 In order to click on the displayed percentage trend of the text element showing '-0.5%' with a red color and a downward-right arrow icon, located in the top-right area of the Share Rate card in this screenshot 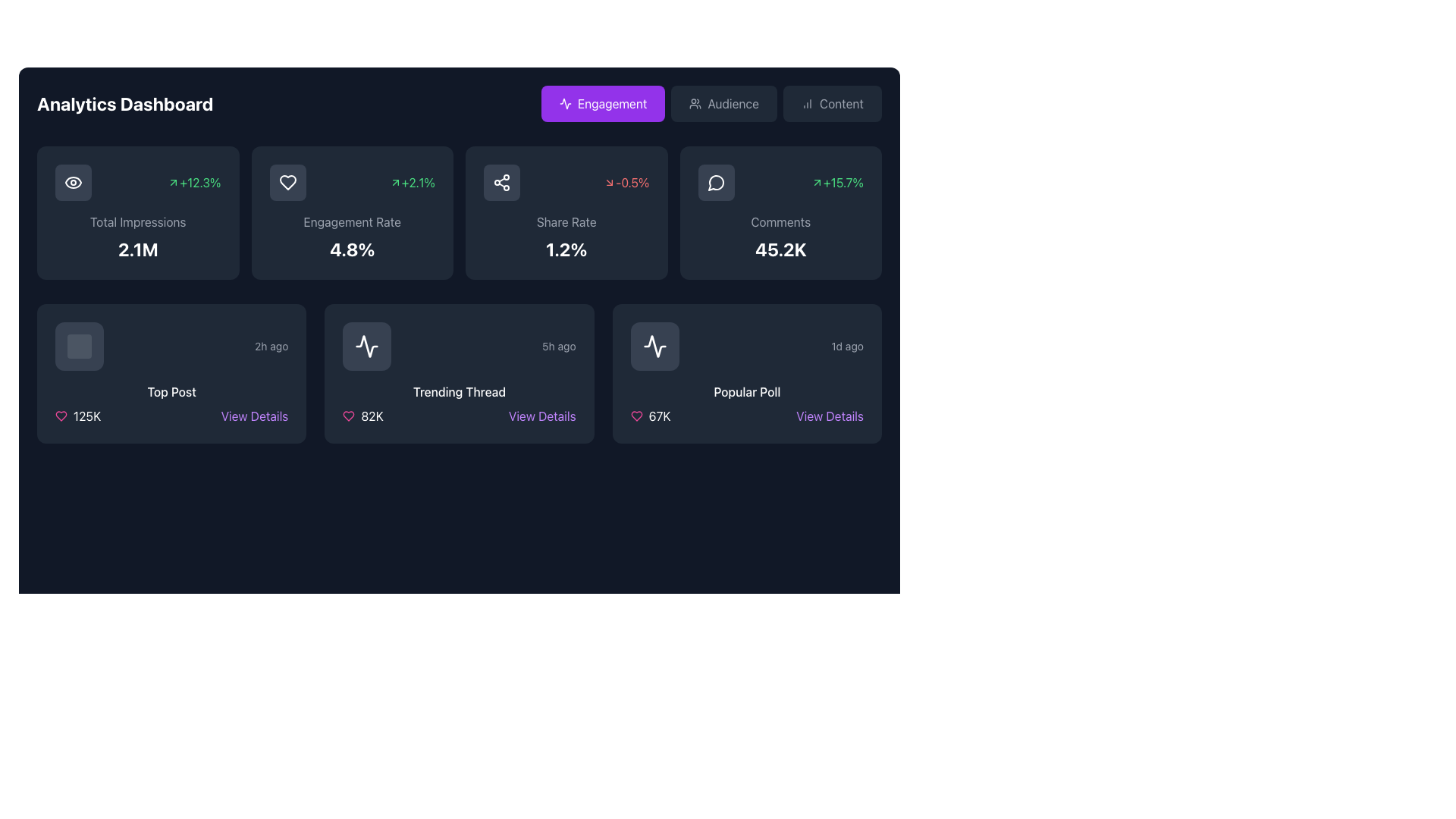, I will do `click(626, 181)`.